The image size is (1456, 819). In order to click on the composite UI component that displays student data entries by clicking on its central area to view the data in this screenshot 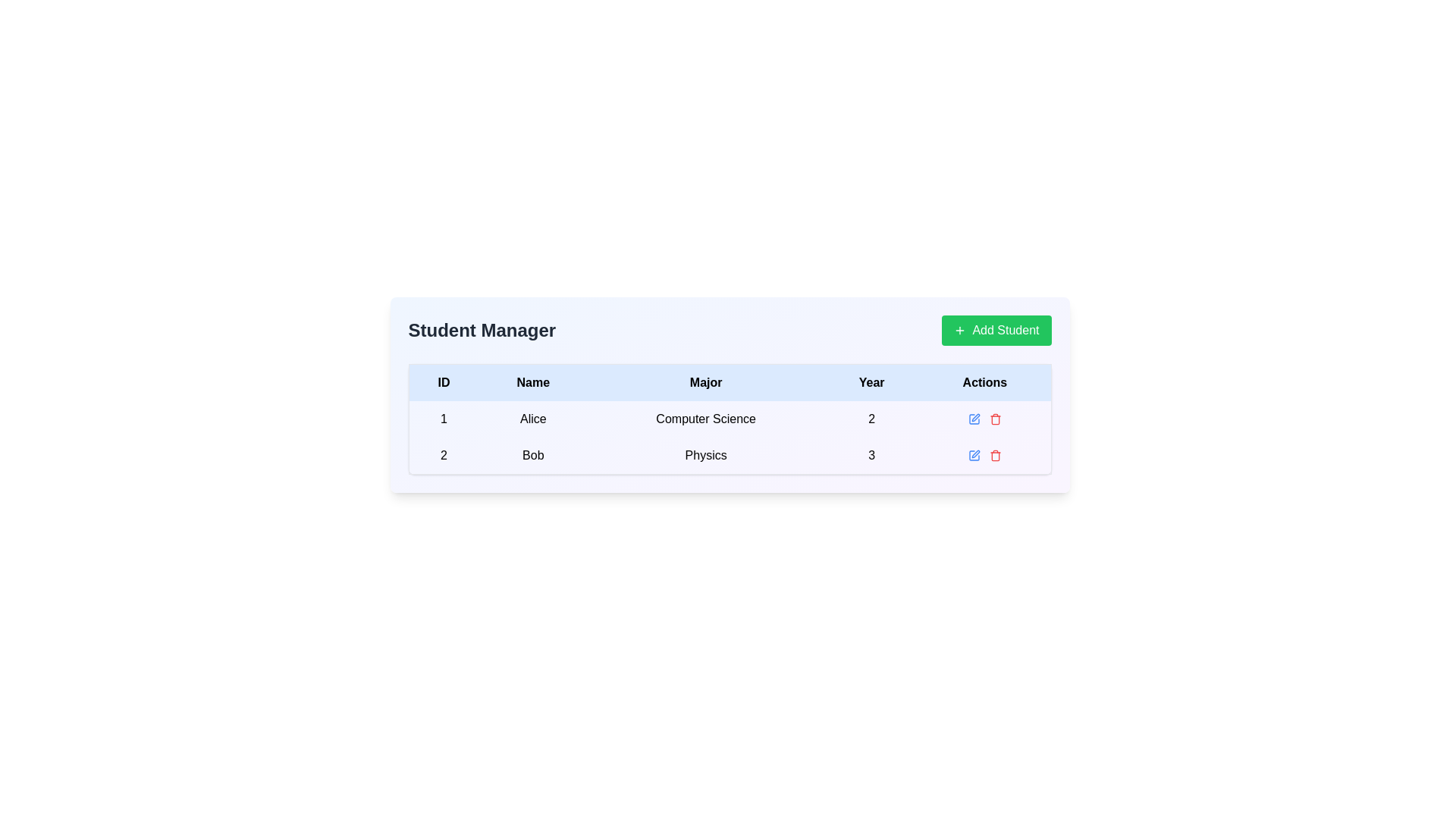, I will do `click(730, 394)`.